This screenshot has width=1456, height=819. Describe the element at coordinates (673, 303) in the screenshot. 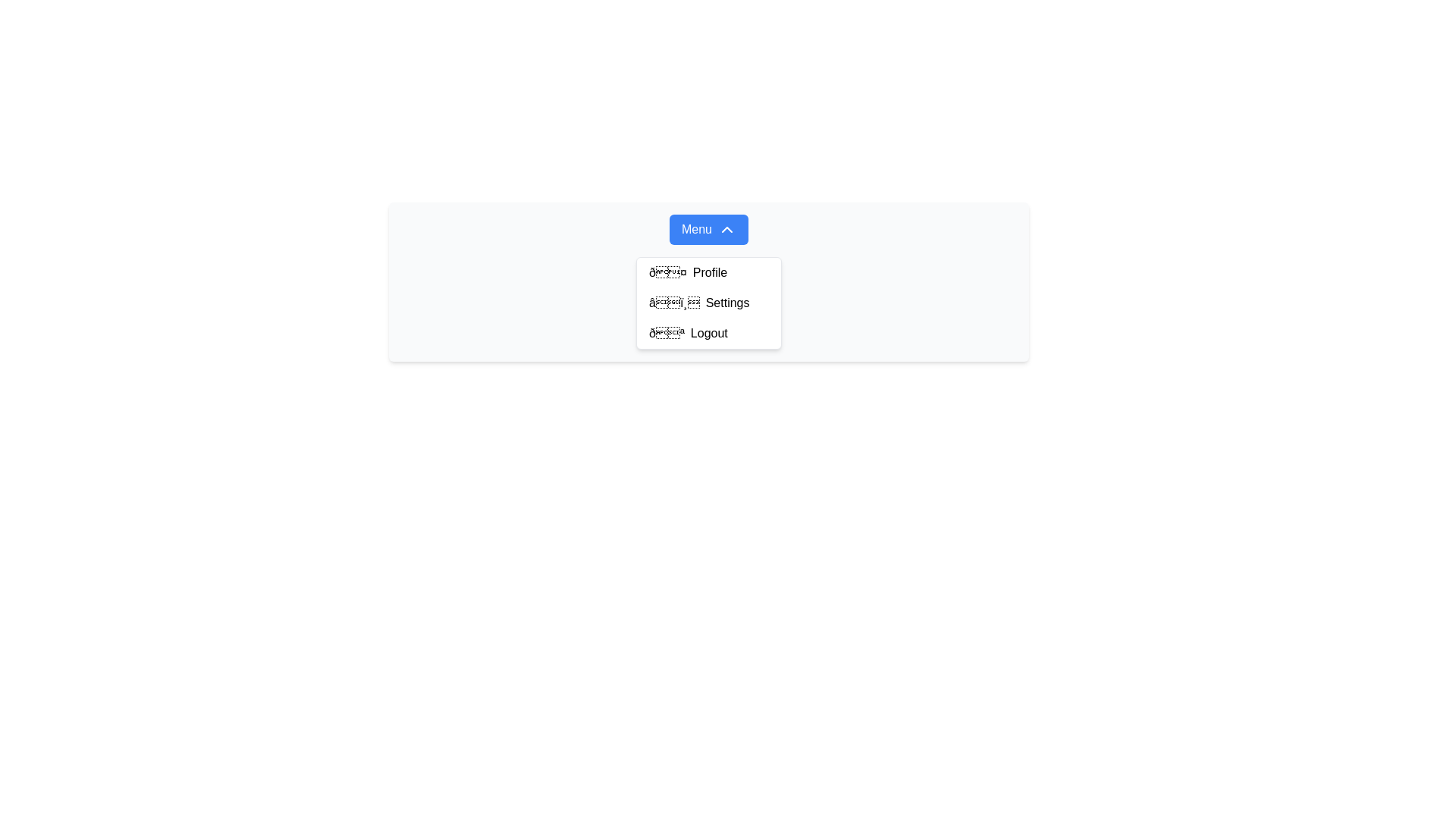

I see `the settings icon located in the dropdown menu beneath the blue 'Menu' button, positioned to the left of the 'Settings' text` at that location.